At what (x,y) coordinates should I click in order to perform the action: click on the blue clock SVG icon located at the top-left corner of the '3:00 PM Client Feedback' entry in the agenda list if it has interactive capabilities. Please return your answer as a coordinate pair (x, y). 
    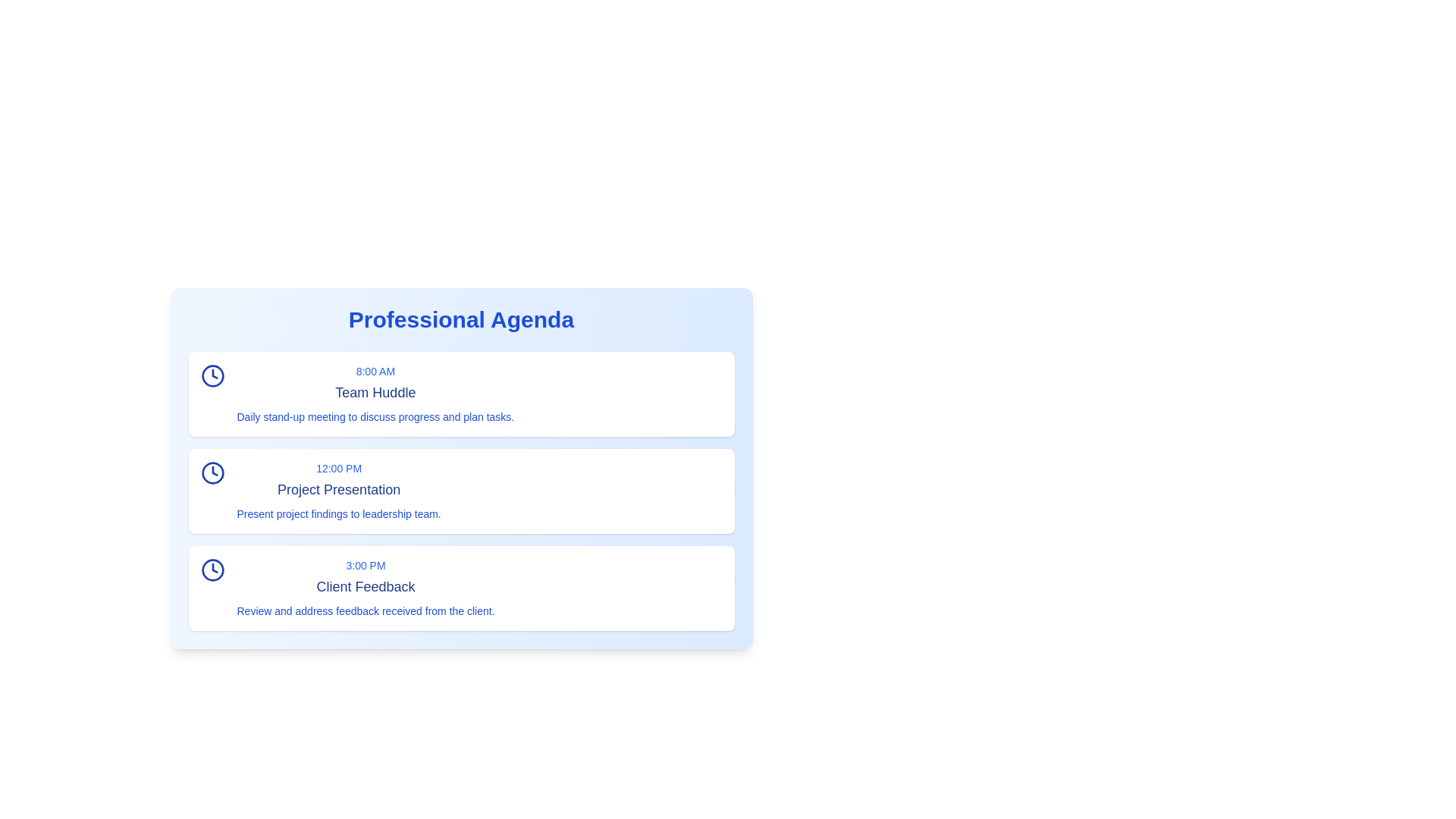
    Looking at the image, I should click on (212, 570).